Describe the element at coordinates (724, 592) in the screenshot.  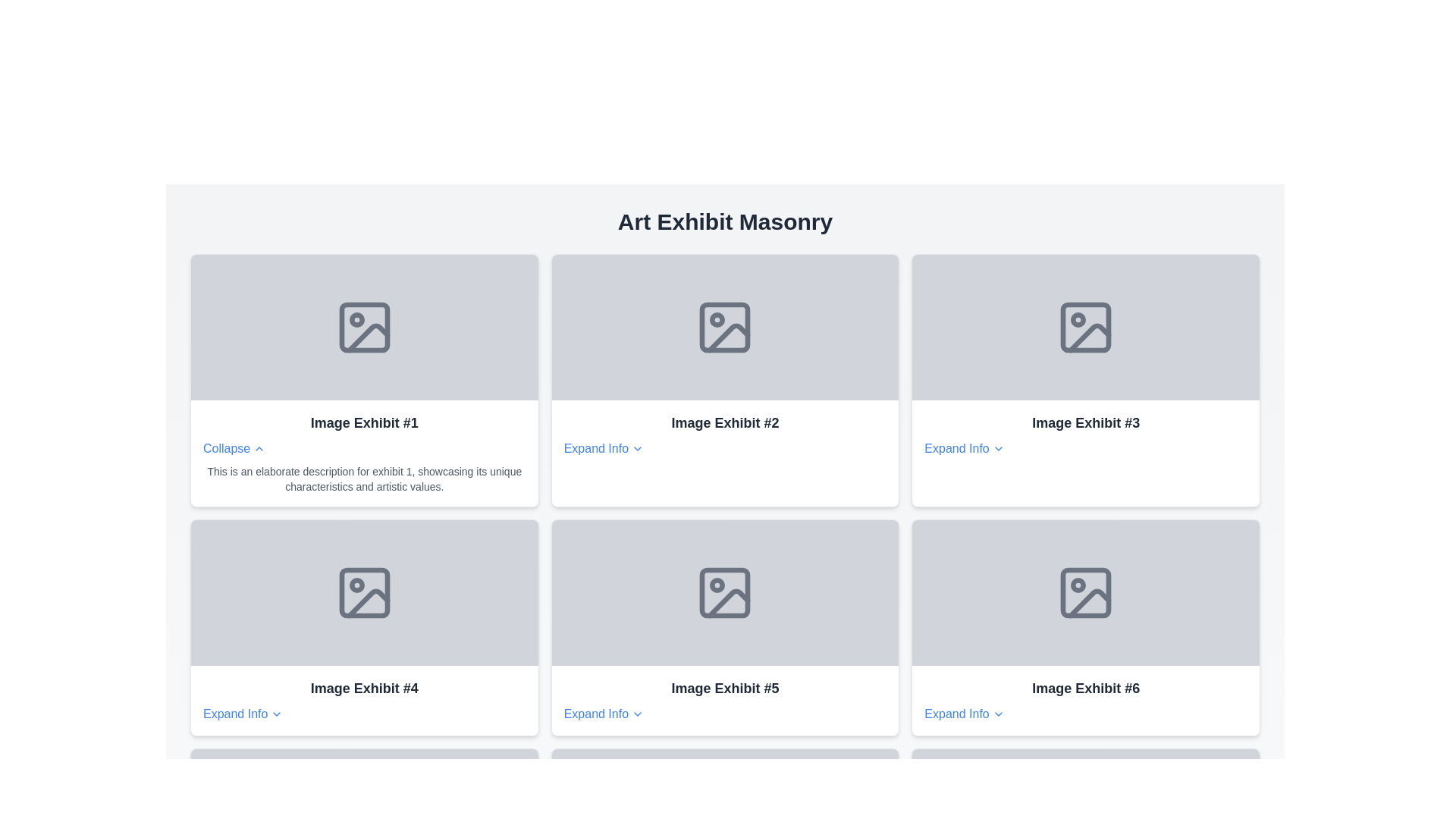
I see `the Placeholder area for an image representation within the card titled 'Image Exhibit #5', which features a light gray background and an icon representing an image file` at that location.